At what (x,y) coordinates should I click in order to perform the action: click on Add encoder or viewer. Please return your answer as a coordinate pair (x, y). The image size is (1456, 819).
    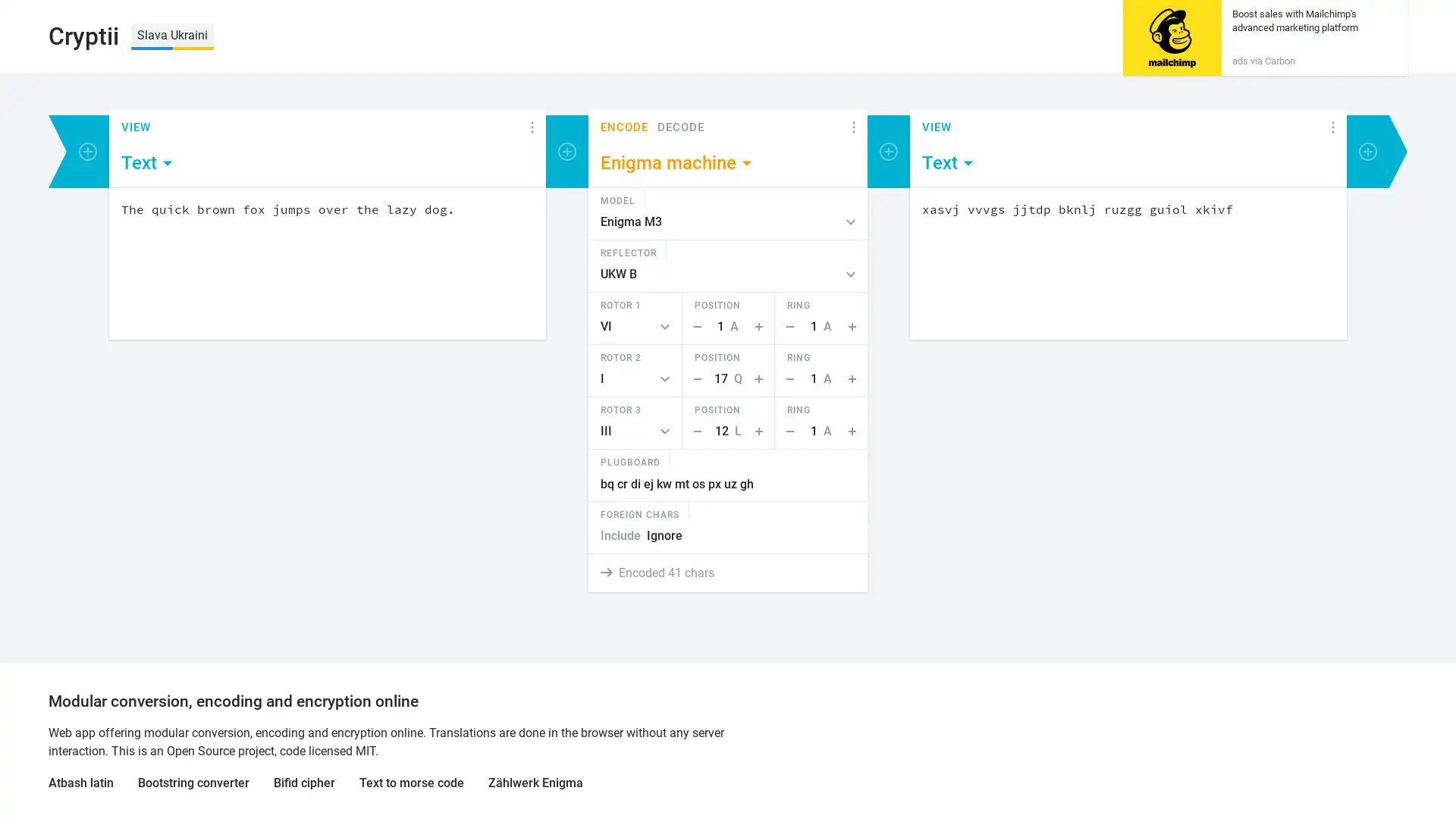
    Looking at the image, I should click on (86, 152).